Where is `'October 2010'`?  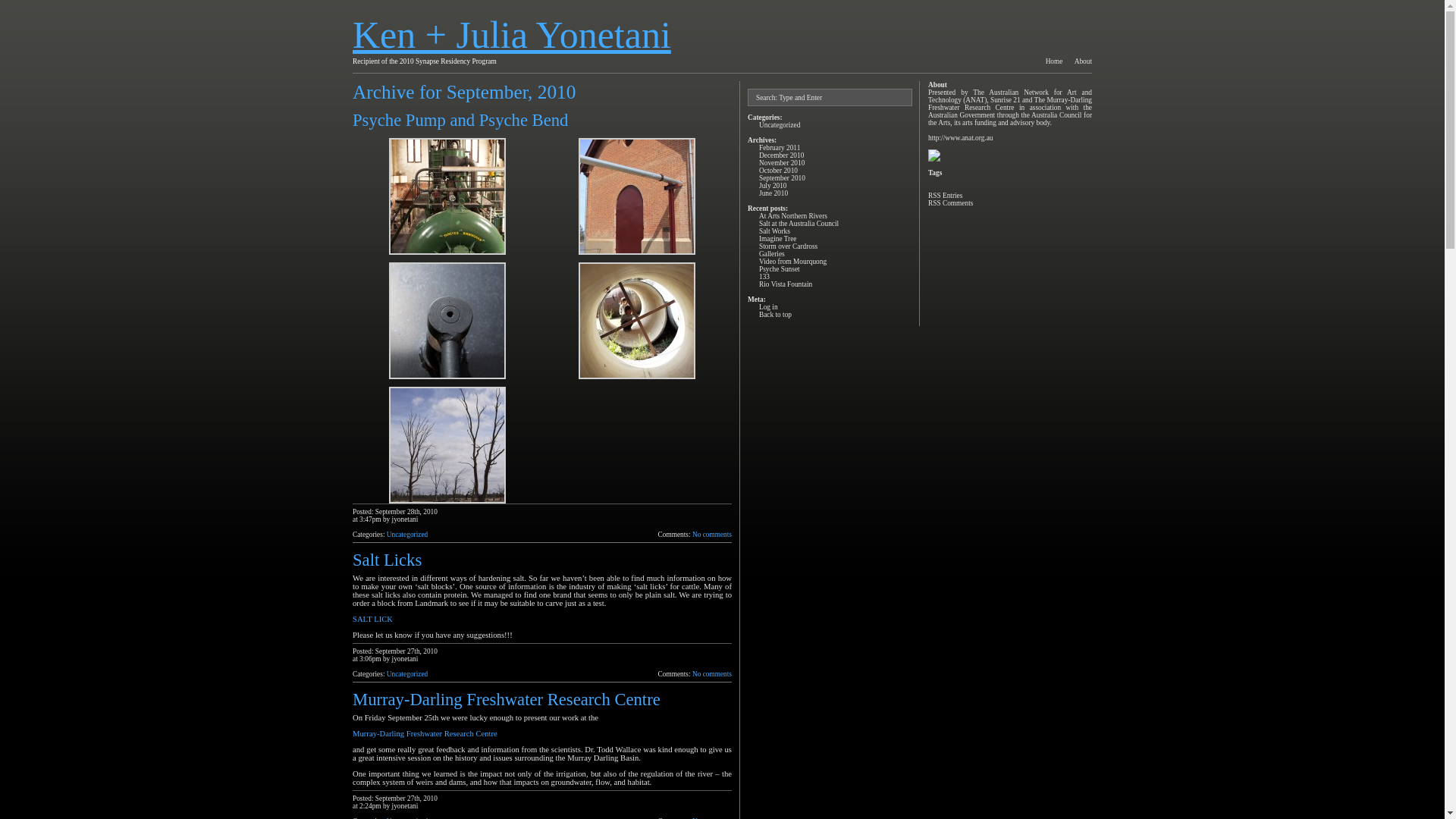
'October 2010' is located at coordinates (759, 170).